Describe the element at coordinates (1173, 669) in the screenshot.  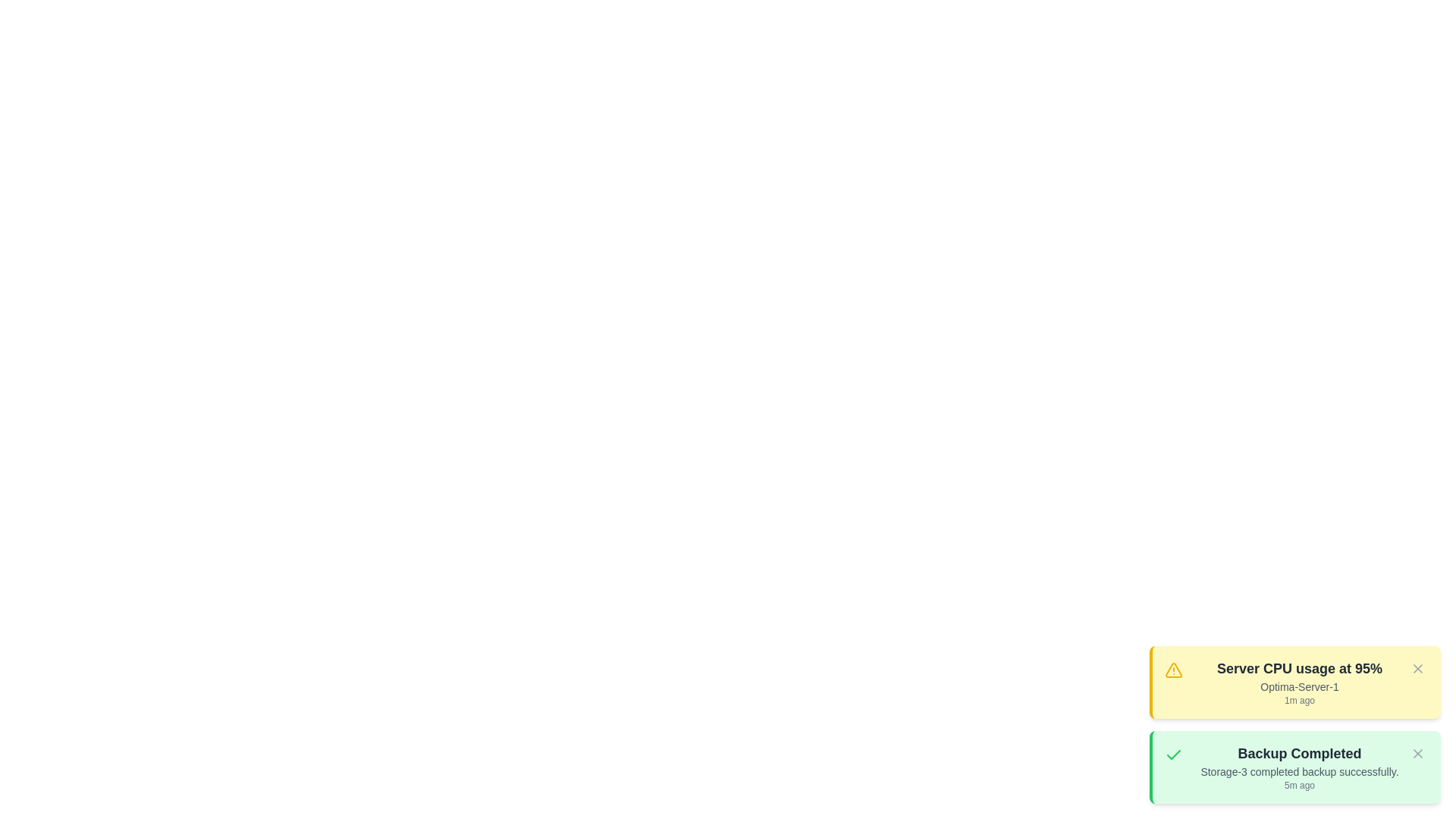
I see `the warning icon to inspect the server CPU usage alert` at that location.